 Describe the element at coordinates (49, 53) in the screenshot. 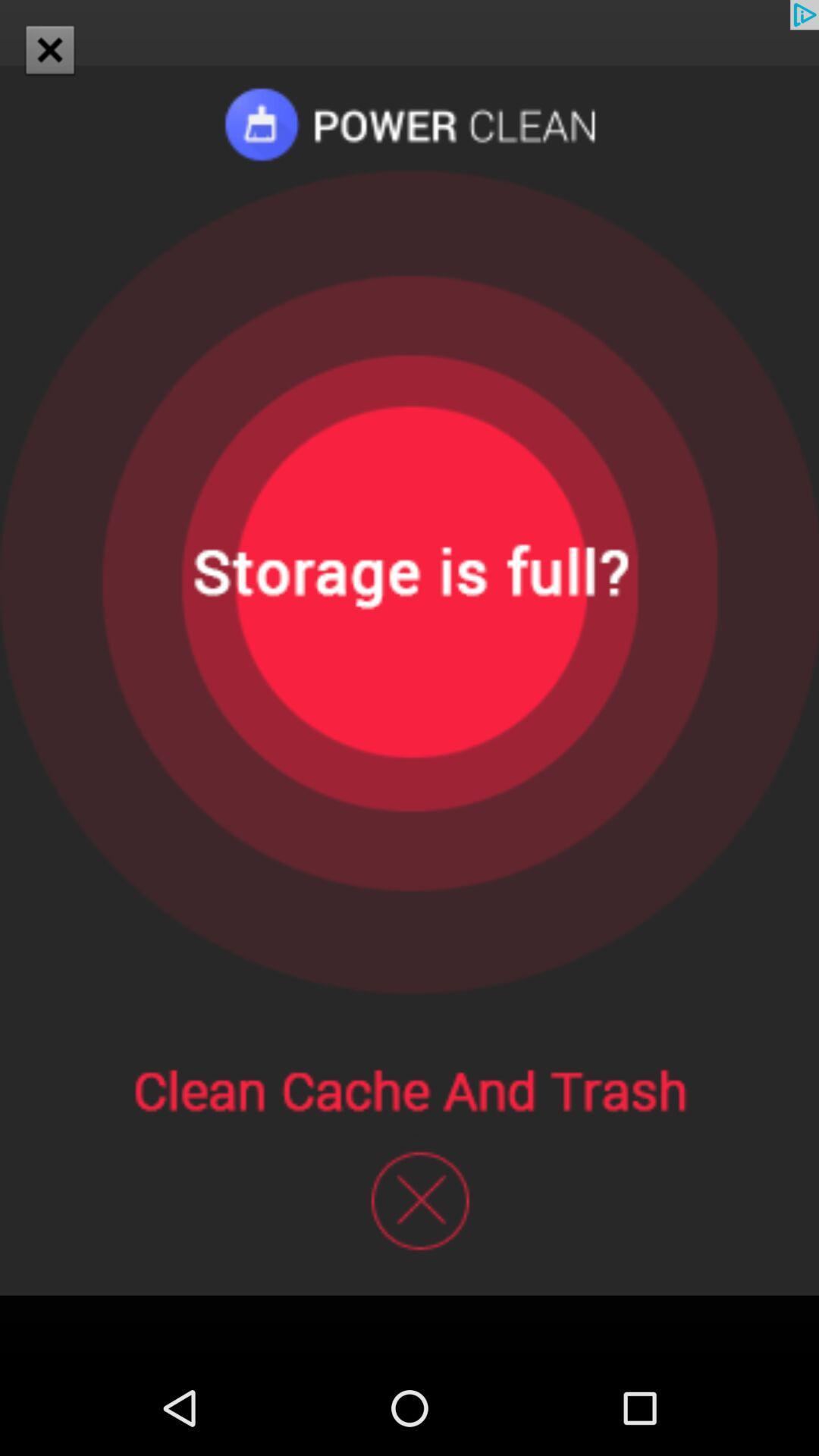

I see `the close icon` at that location.